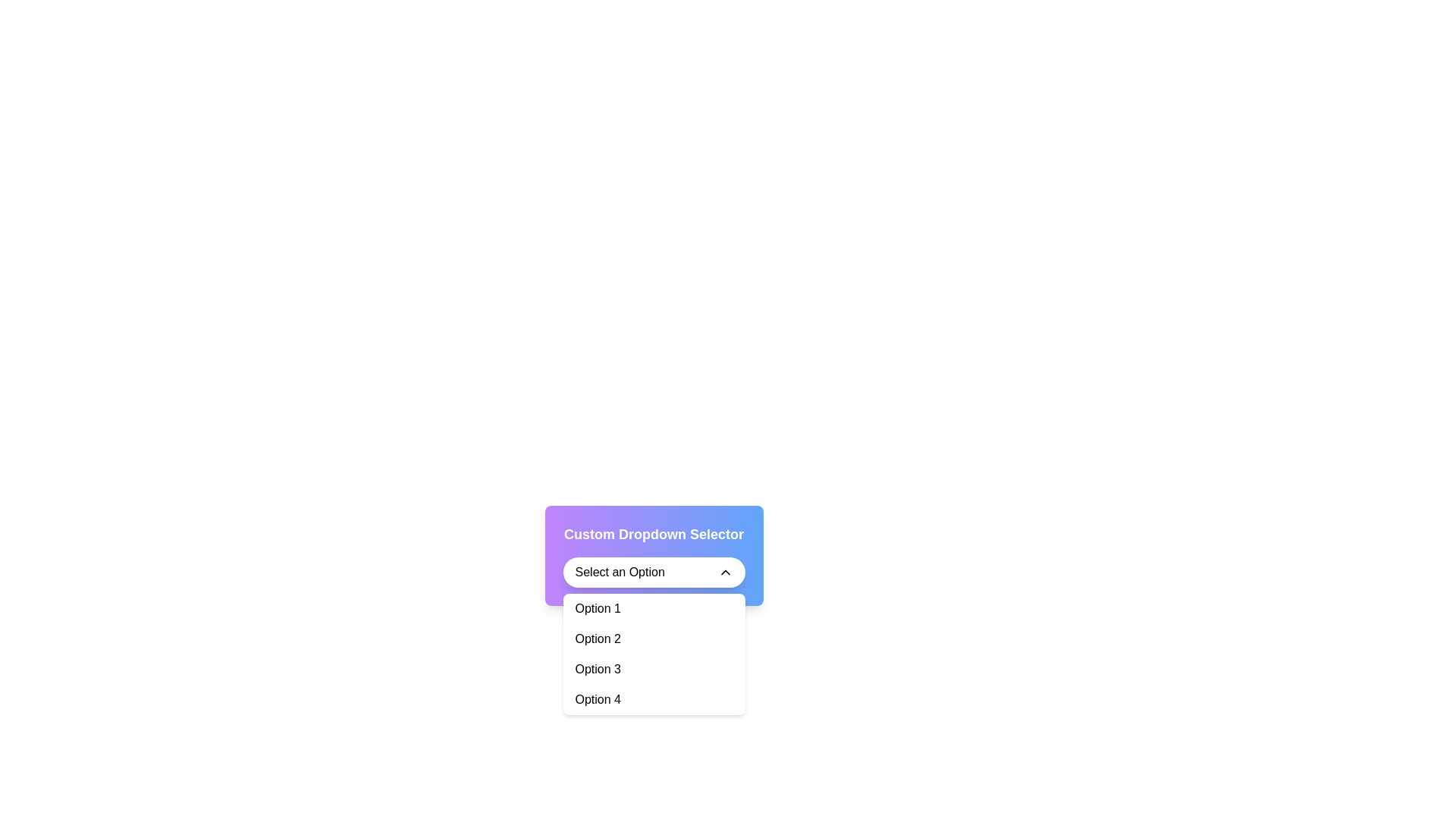 This screenshot has height=819, width=1456. What do you see at coordinates (654, 534) in the screenshot?
I see `the bold, large-sized static text label displaying 'Custom Dropdown Selector' that is set in white text against a gradient background transitioning from purple to blue, located above the dropdown menu` at bounding box center [654, 534].